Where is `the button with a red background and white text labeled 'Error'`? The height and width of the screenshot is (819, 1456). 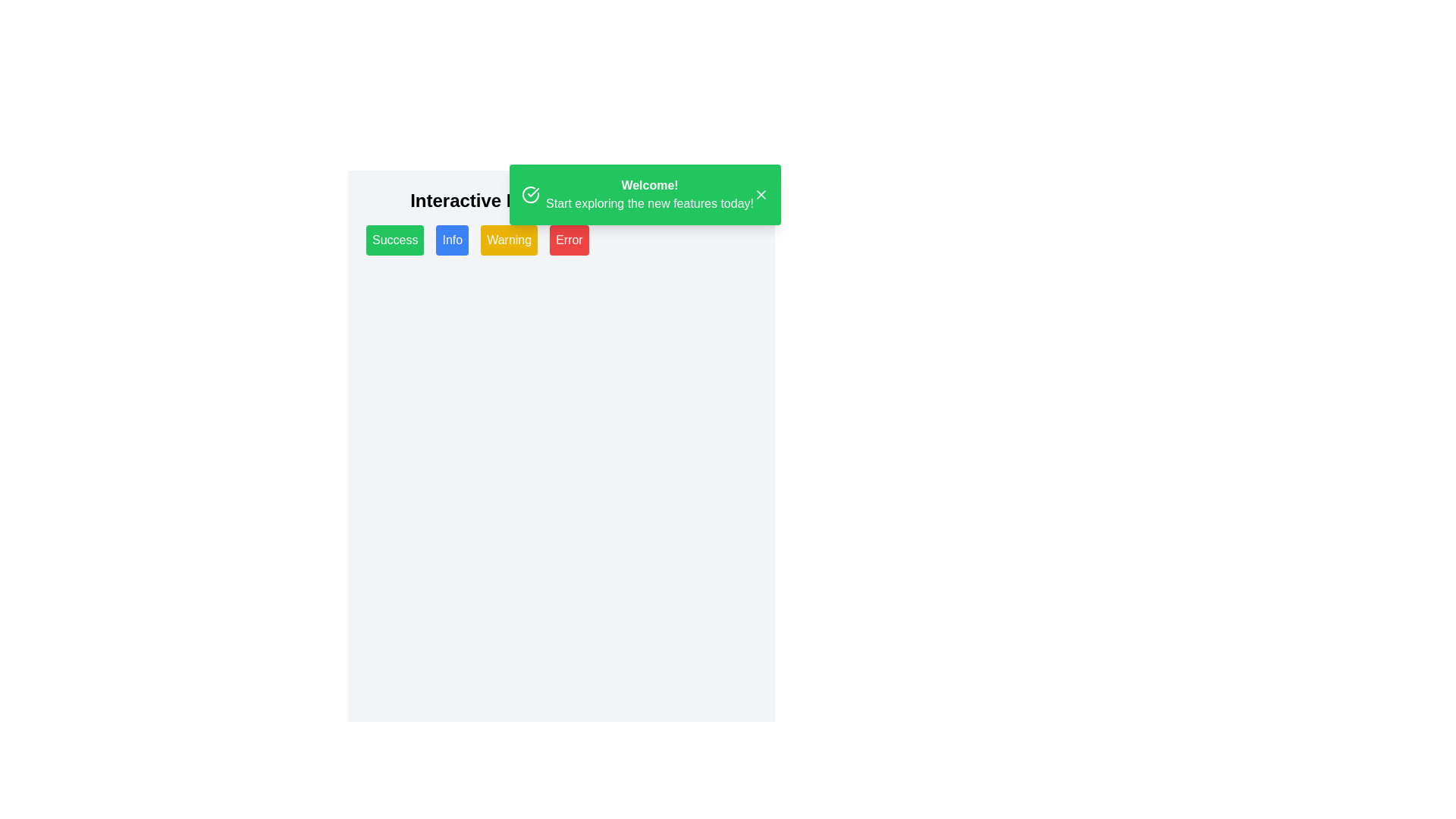 the button with a red background and white text labeled 'Error' is located at coordinates (568, 239).